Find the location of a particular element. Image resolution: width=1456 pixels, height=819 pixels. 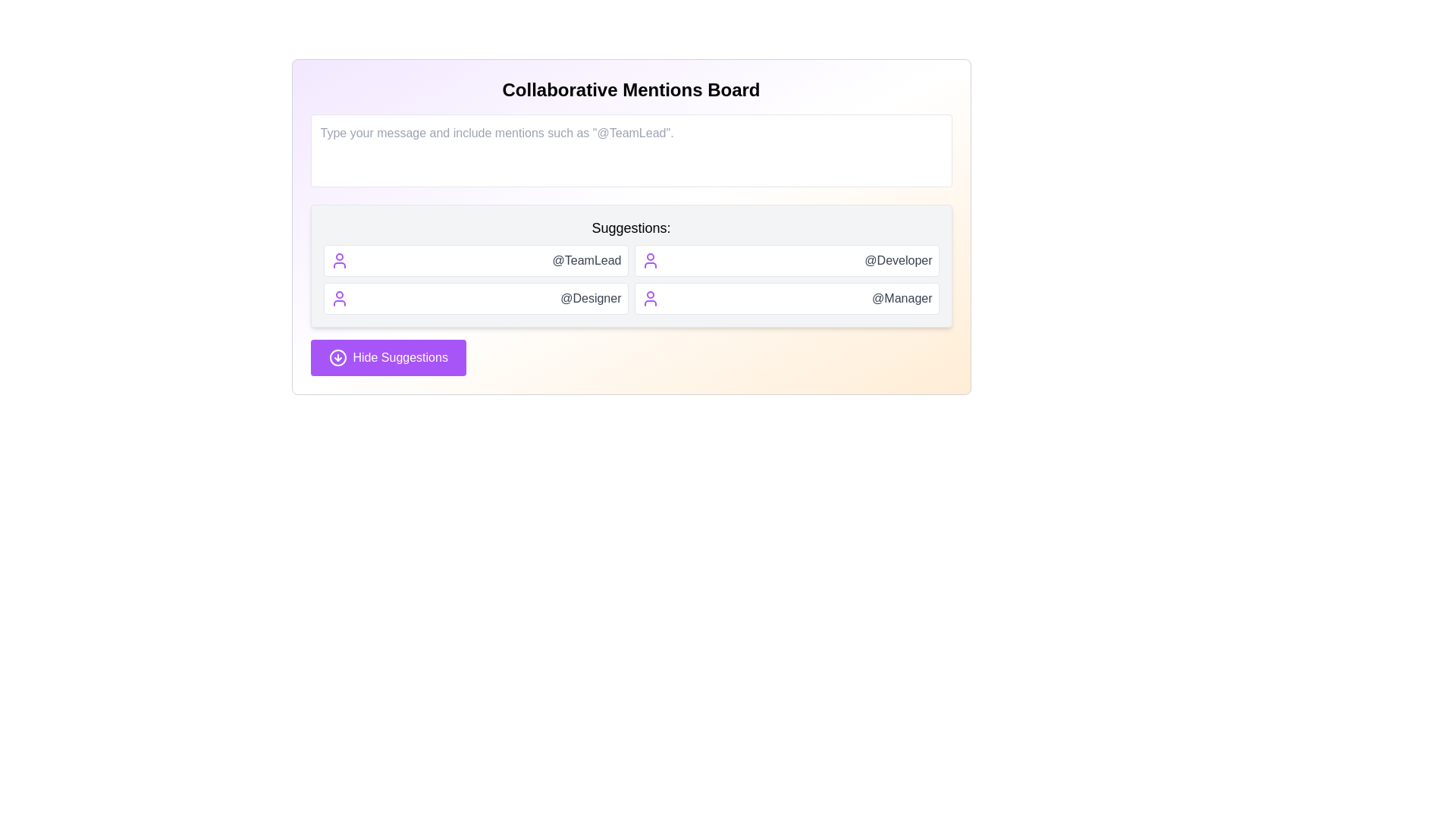

the mention suggestions in the Suggestion box titled 'Suggestions:' located in the central lower part of the interface within the 'Collaborative Mentions Board' is located at coordinates (631, 265).